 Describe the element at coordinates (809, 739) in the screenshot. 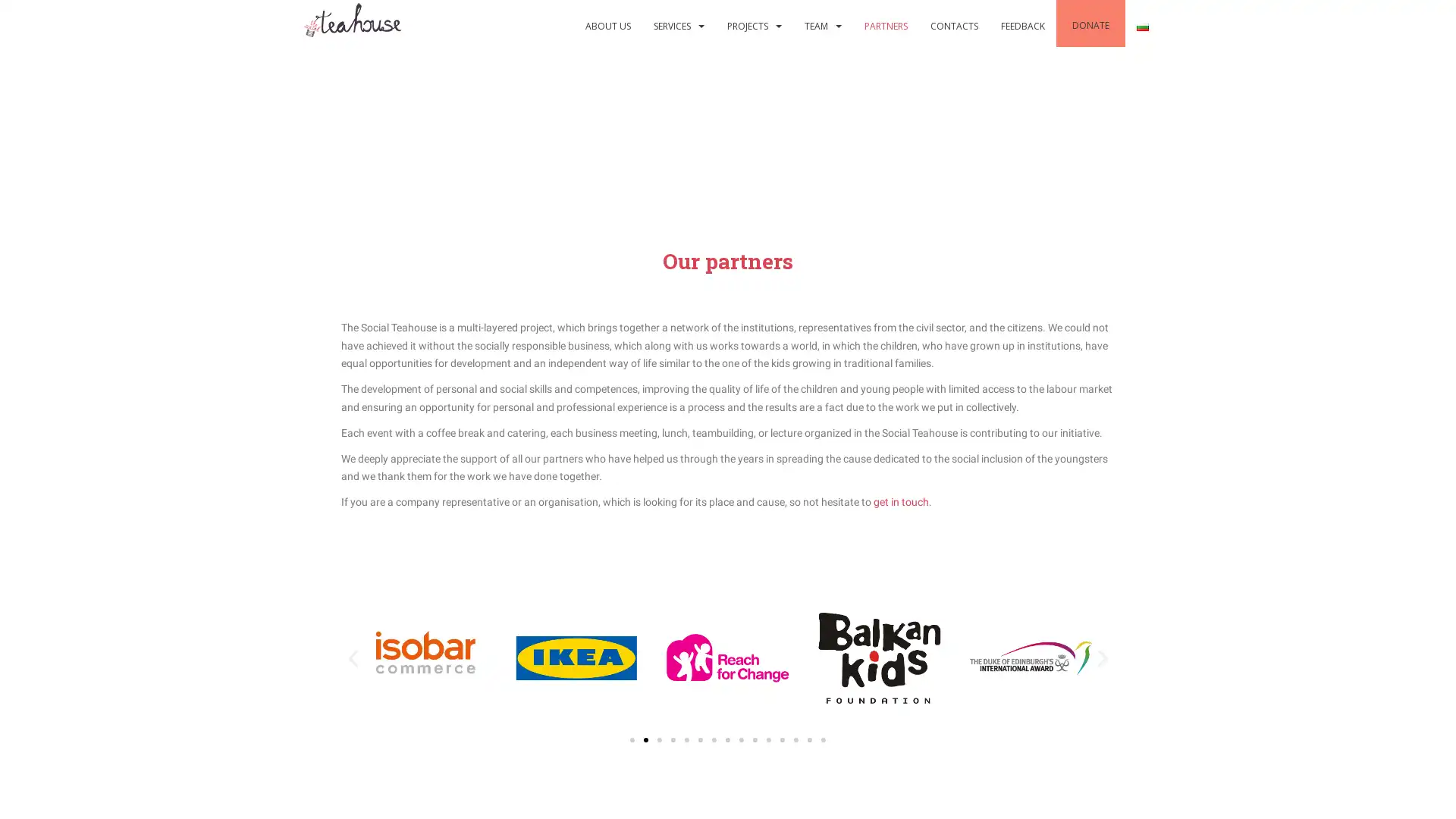

I see `Go to slide 14` at that location.